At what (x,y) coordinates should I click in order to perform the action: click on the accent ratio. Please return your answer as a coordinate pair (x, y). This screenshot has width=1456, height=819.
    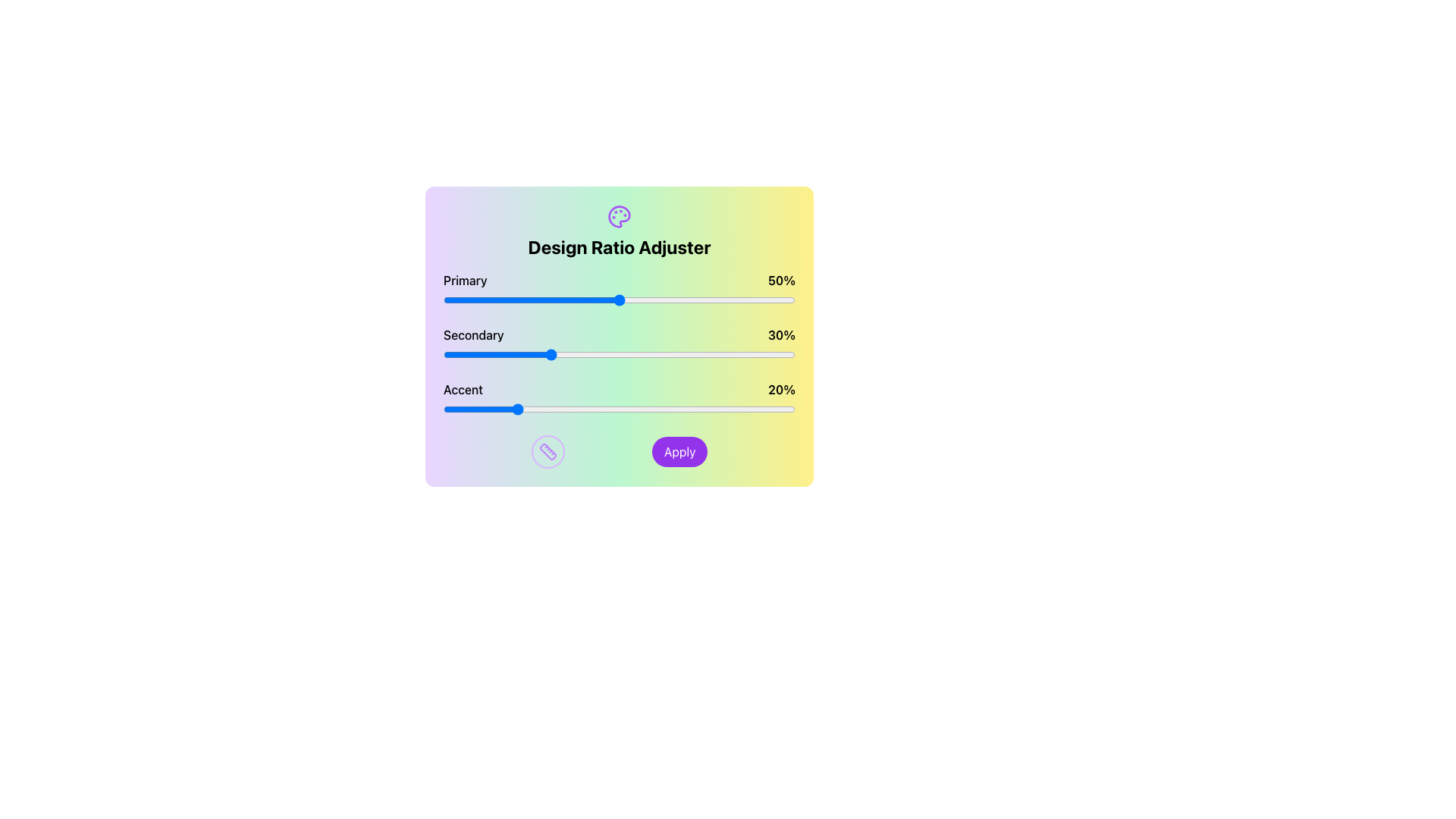
    Looking at the image, I should click on (689, 409).